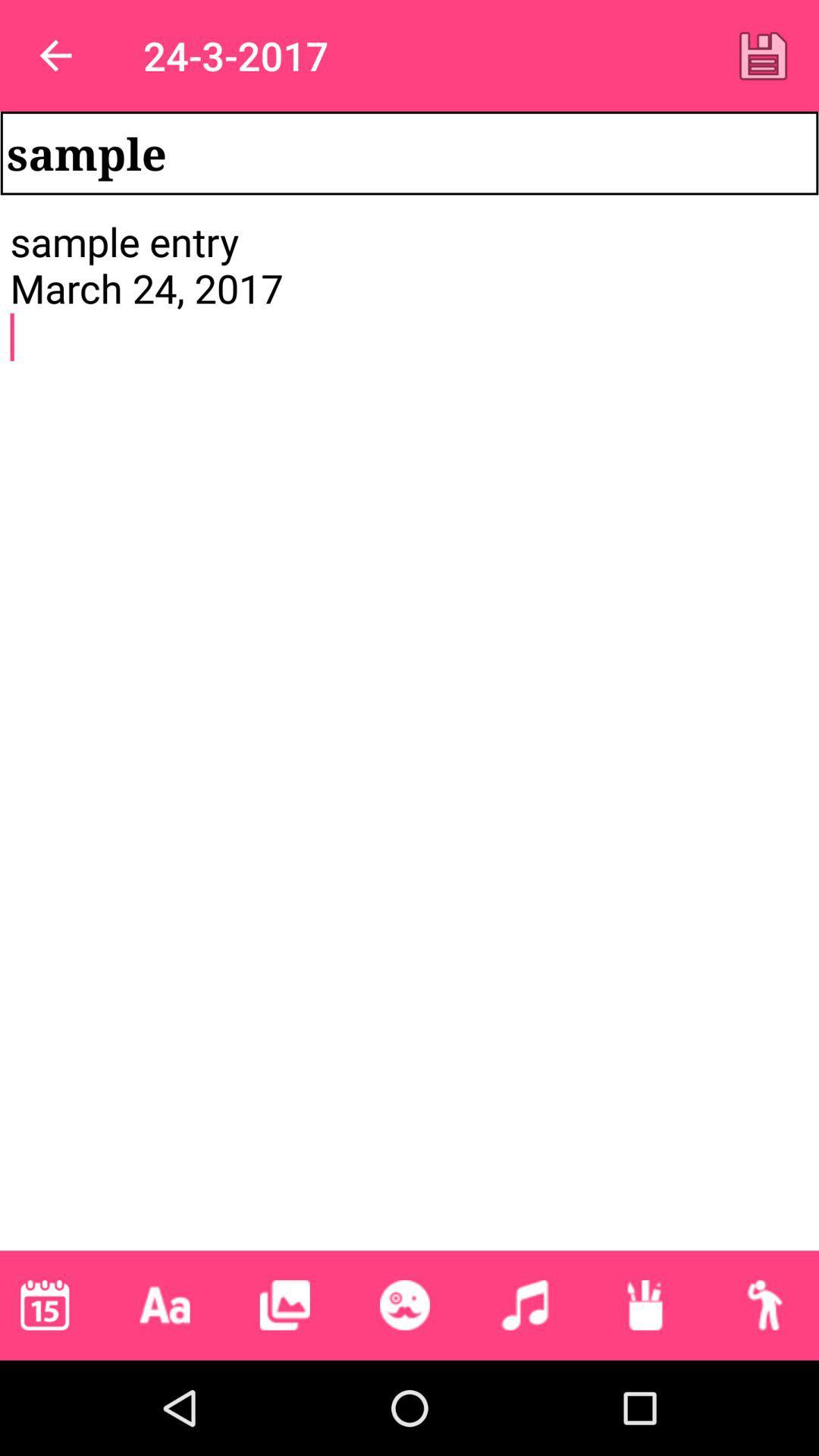 This screenshot has width=819, height=1456. What do you see at coordinates (284, 1304) in the screenshot?
I see `image` at bounding box center [284, 1304].